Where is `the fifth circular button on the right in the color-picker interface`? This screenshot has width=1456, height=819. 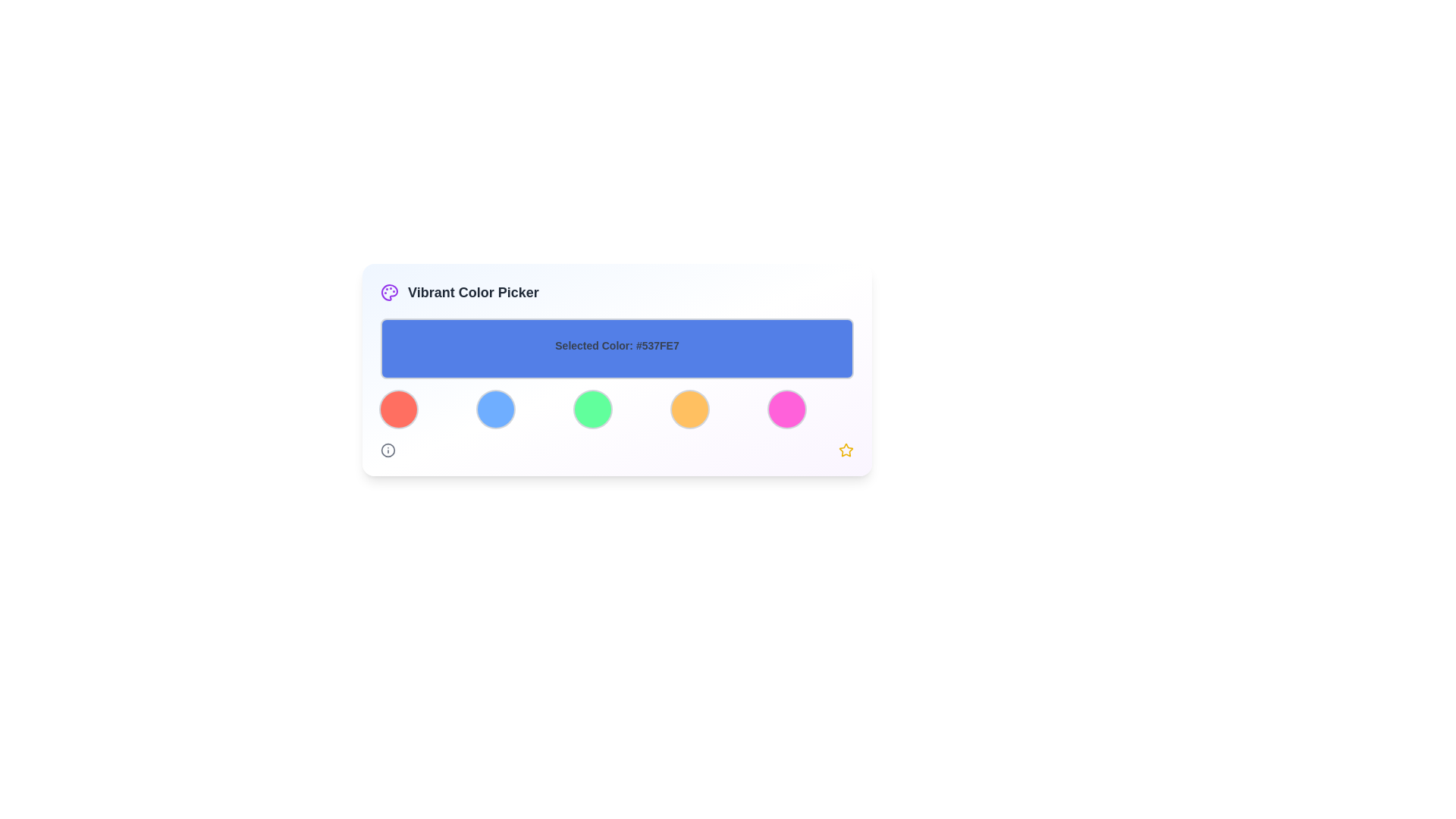
the fifth circular button on the right in the color-picker interface is located at coordinates (786, 409).